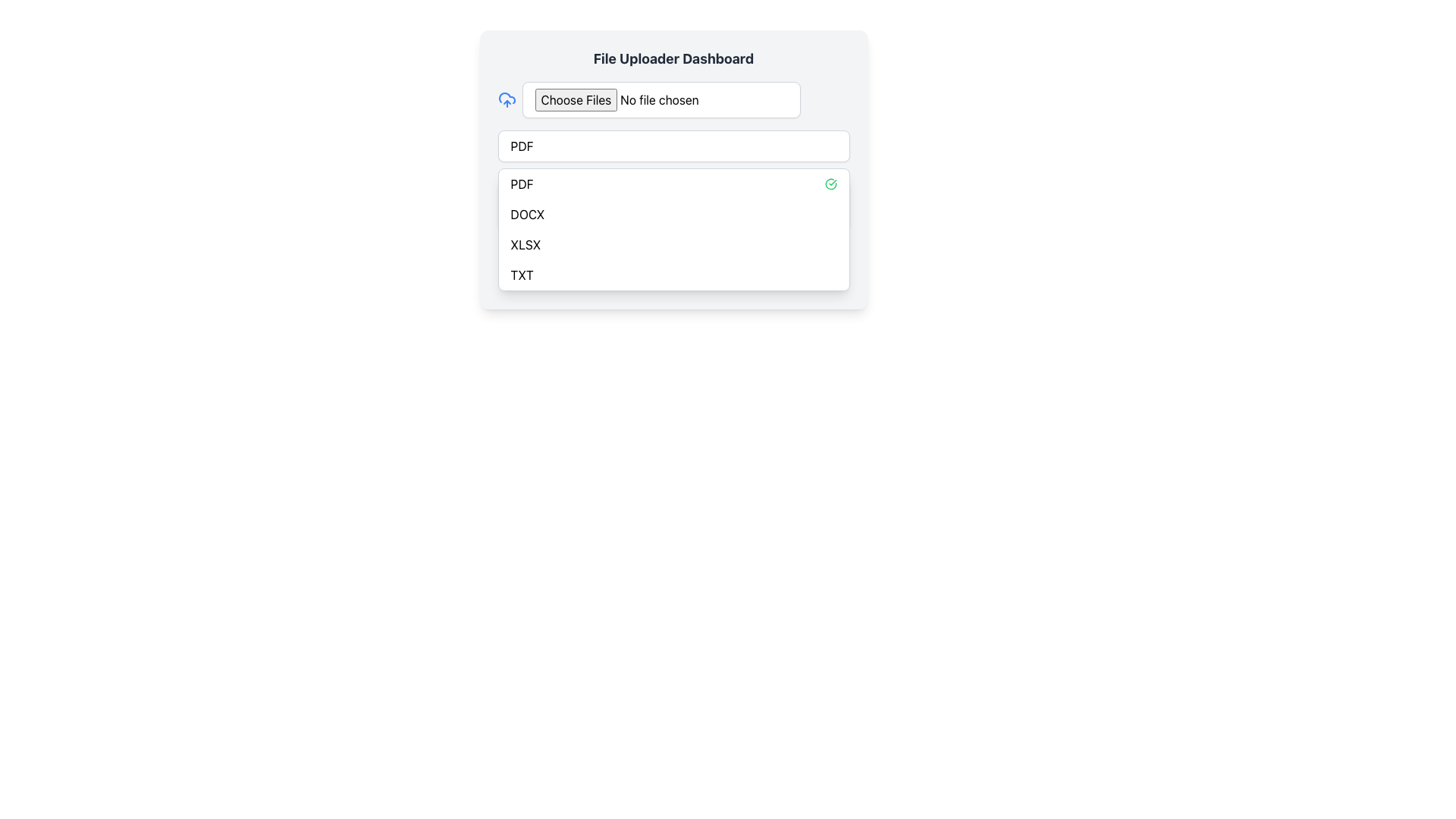  What do you see at coordinates (673, 275) in the screenshot?
I see `the 'TXT' file type selection in the dropdown menu` at bounding box center [673, 275].